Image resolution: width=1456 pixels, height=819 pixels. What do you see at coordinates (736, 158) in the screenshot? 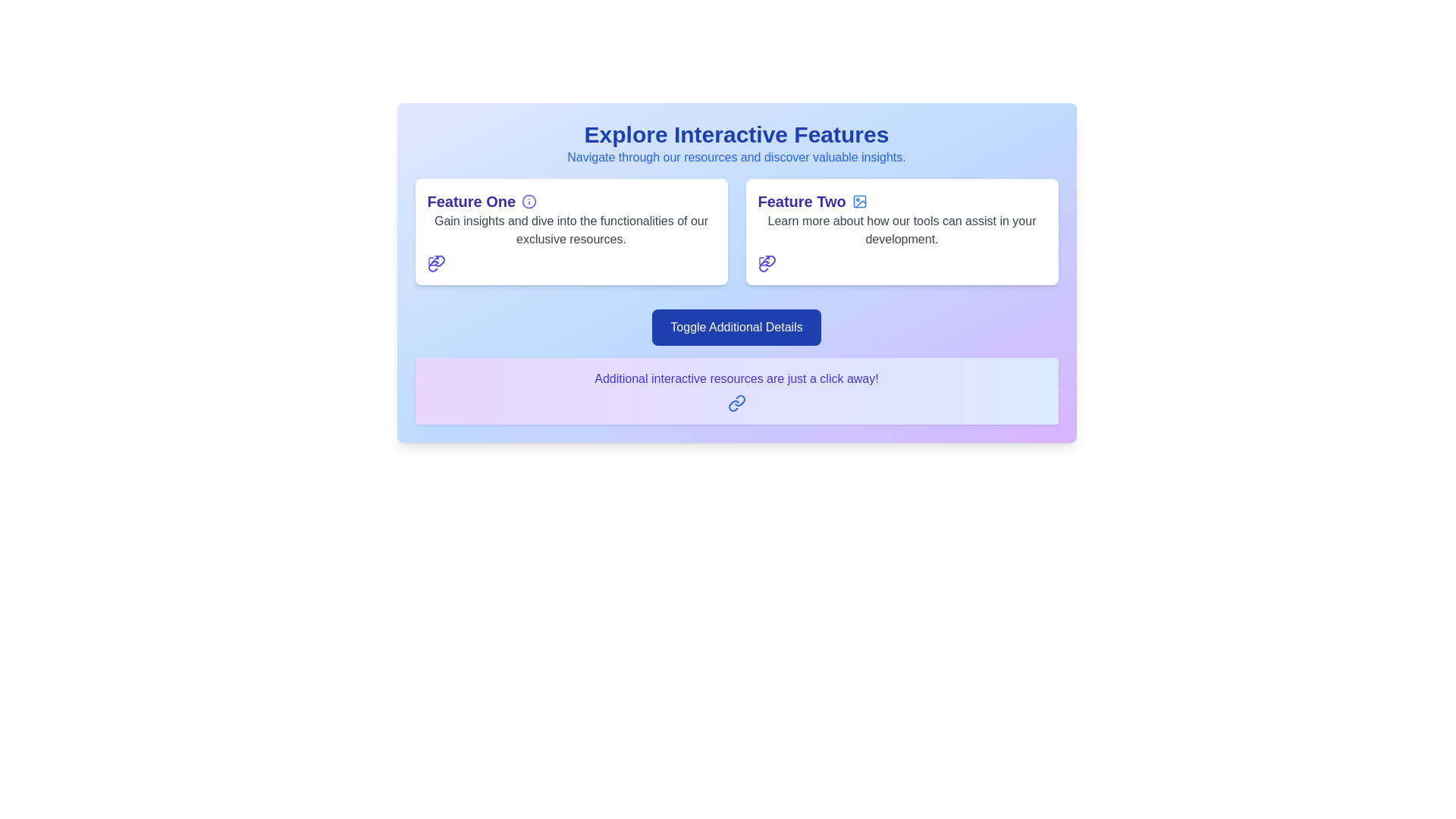
I see `the static text component that reads 'Navigate through our resources and discover valuable insights.', positioned directly below 'Explore Interactive Features.'` at bounding box center [736, 158].